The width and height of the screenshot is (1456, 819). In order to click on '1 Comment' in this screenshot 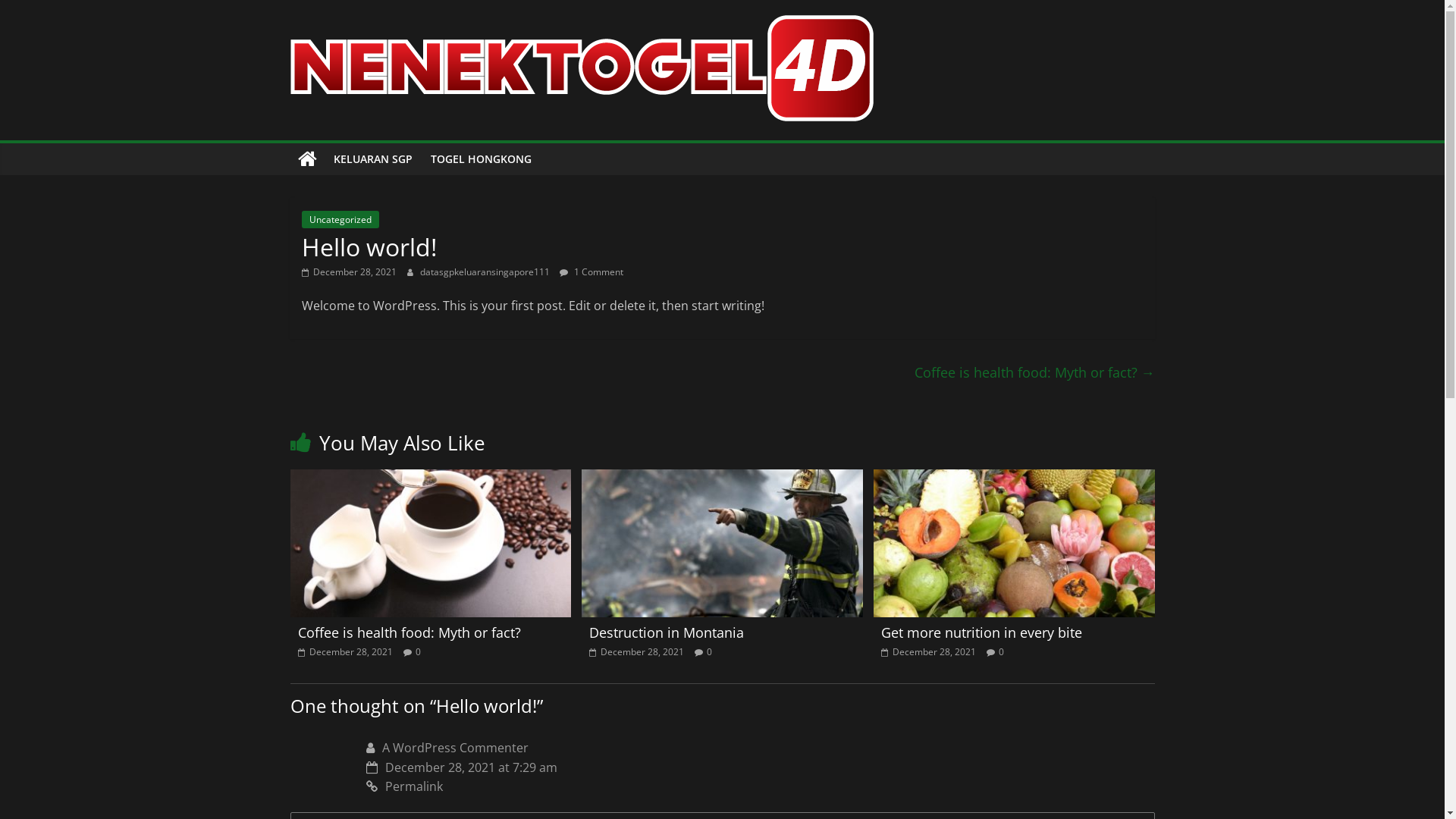, I will do `click(590, 271)`.